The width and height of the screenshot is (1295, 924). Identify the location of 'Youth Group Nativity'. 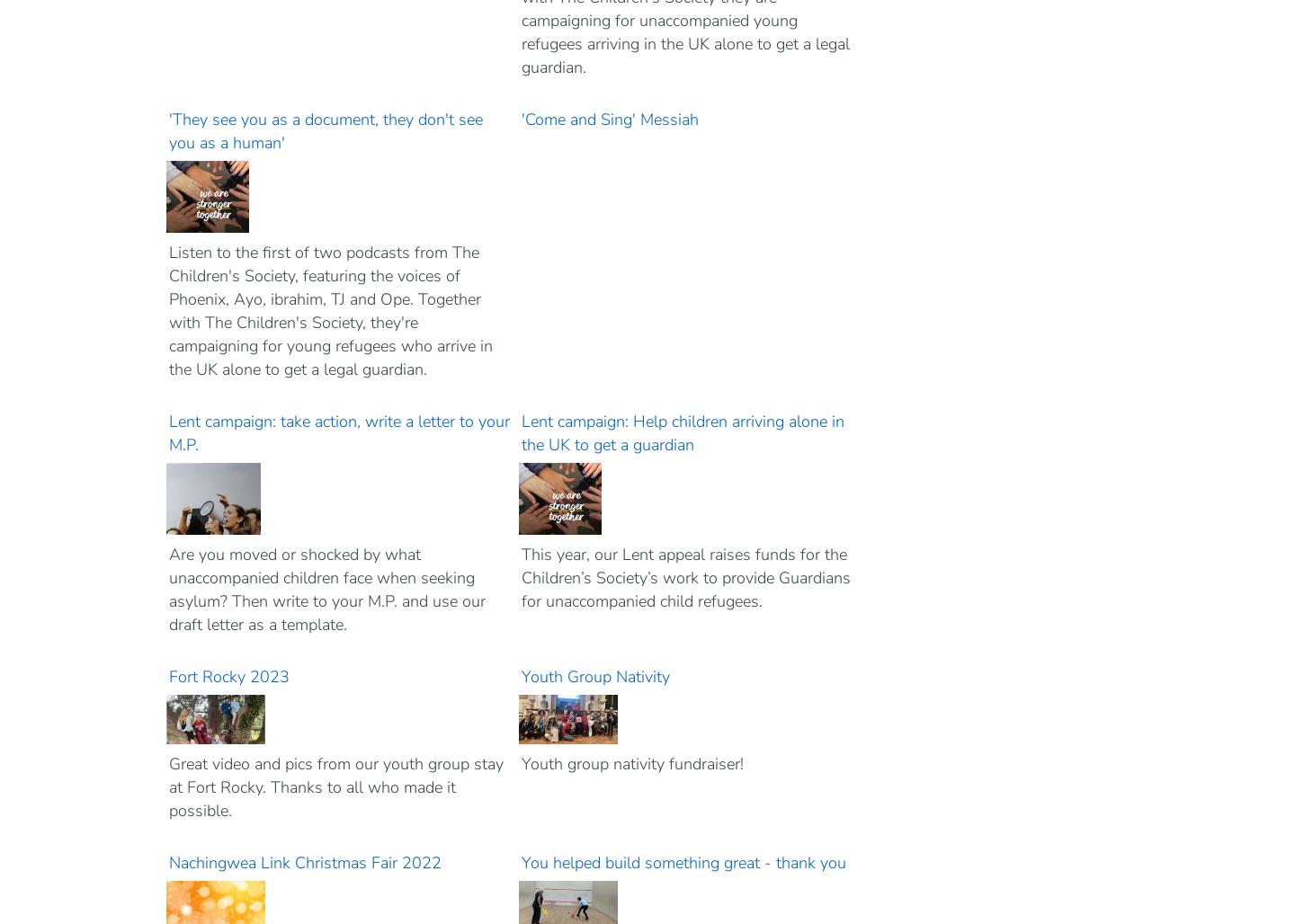
(596, 676).